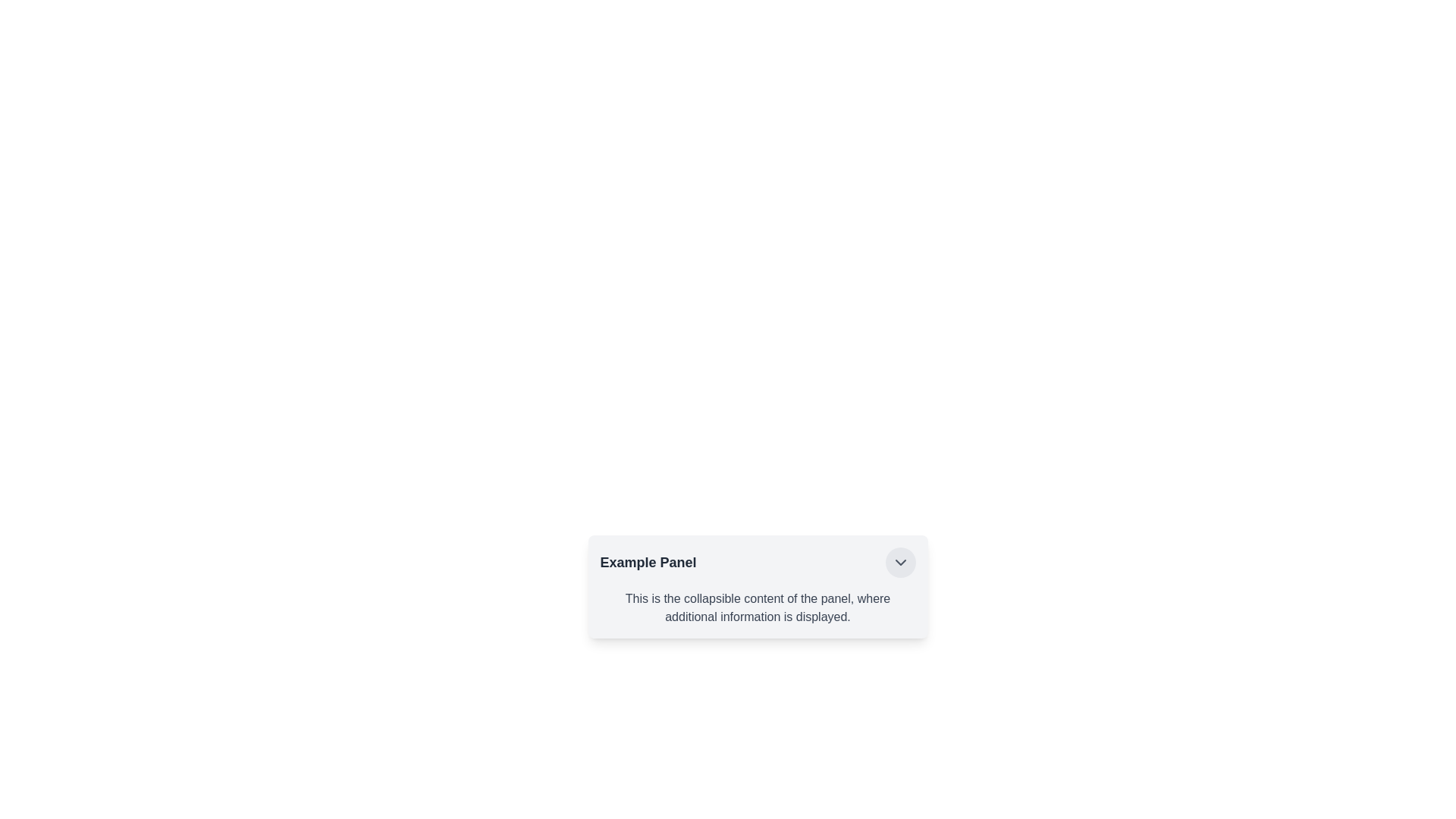 The height and width of the screenshot is (819, 1456). Describe the element at coordinates (758, 607) in the screenshot. I see `the descriptive text element that provides contextual information below the header 'Example Panel' and the control toggle icon` at that location.